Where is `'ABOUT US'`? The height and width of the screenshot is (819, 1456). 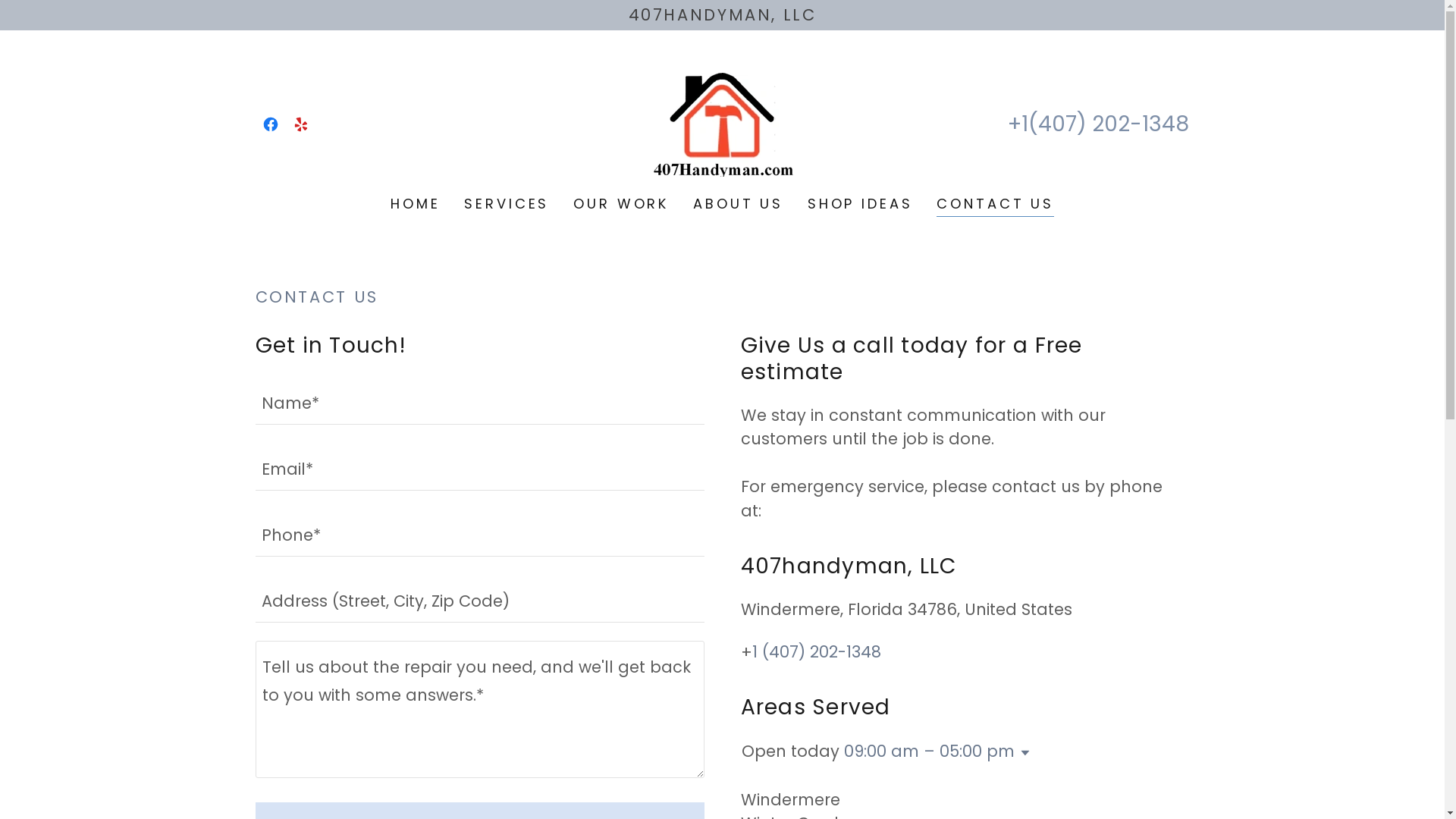 'ABOUT US' is located at coordinates (687, 202).